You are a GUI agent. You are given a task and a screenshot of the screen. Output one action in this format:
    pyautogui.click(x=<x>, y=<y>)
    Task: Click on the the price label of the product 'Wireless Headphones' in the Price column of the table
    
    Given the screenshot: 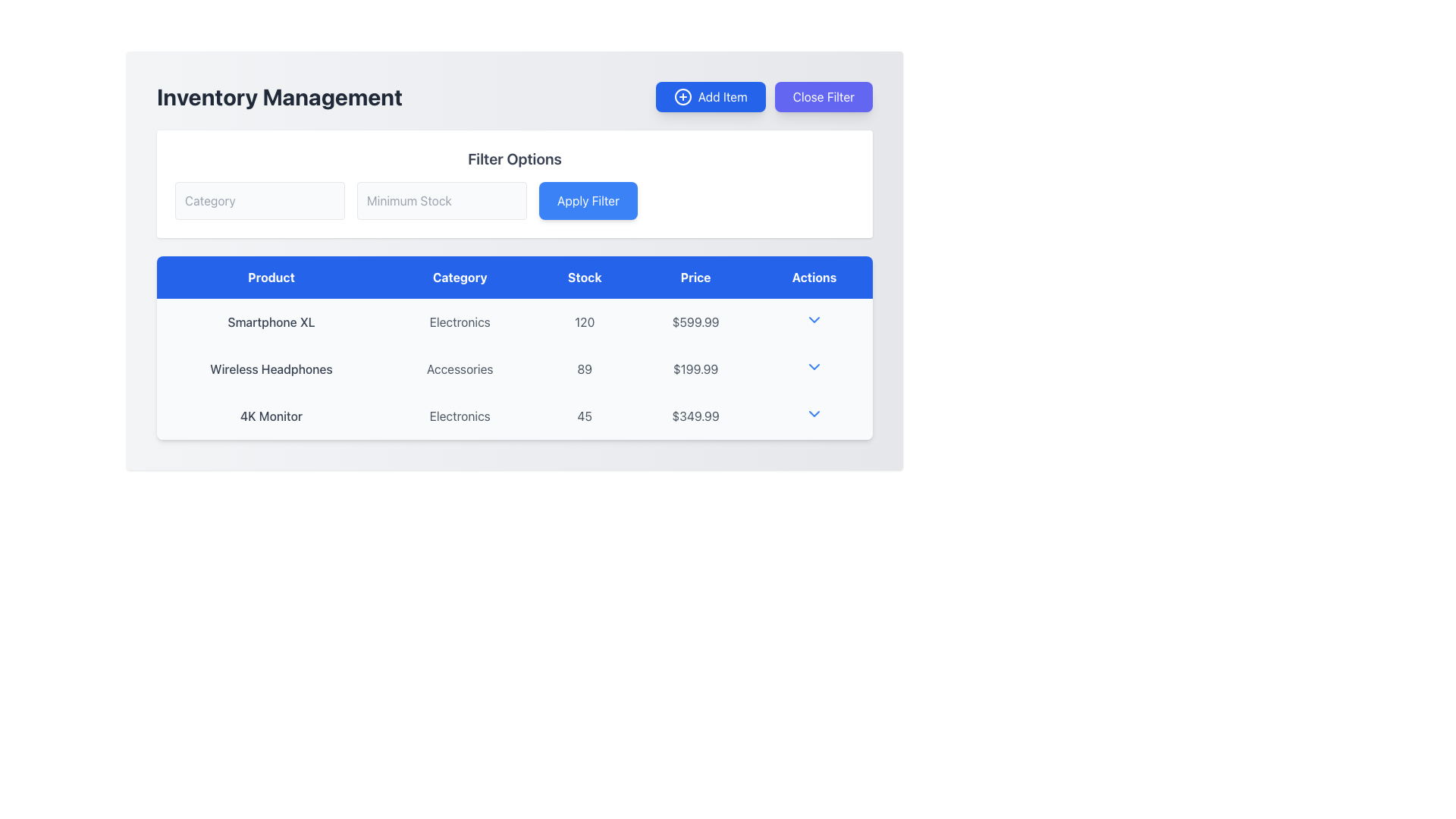 What is the action you would take?
    pyautogui.click(x=695, y=369)
    